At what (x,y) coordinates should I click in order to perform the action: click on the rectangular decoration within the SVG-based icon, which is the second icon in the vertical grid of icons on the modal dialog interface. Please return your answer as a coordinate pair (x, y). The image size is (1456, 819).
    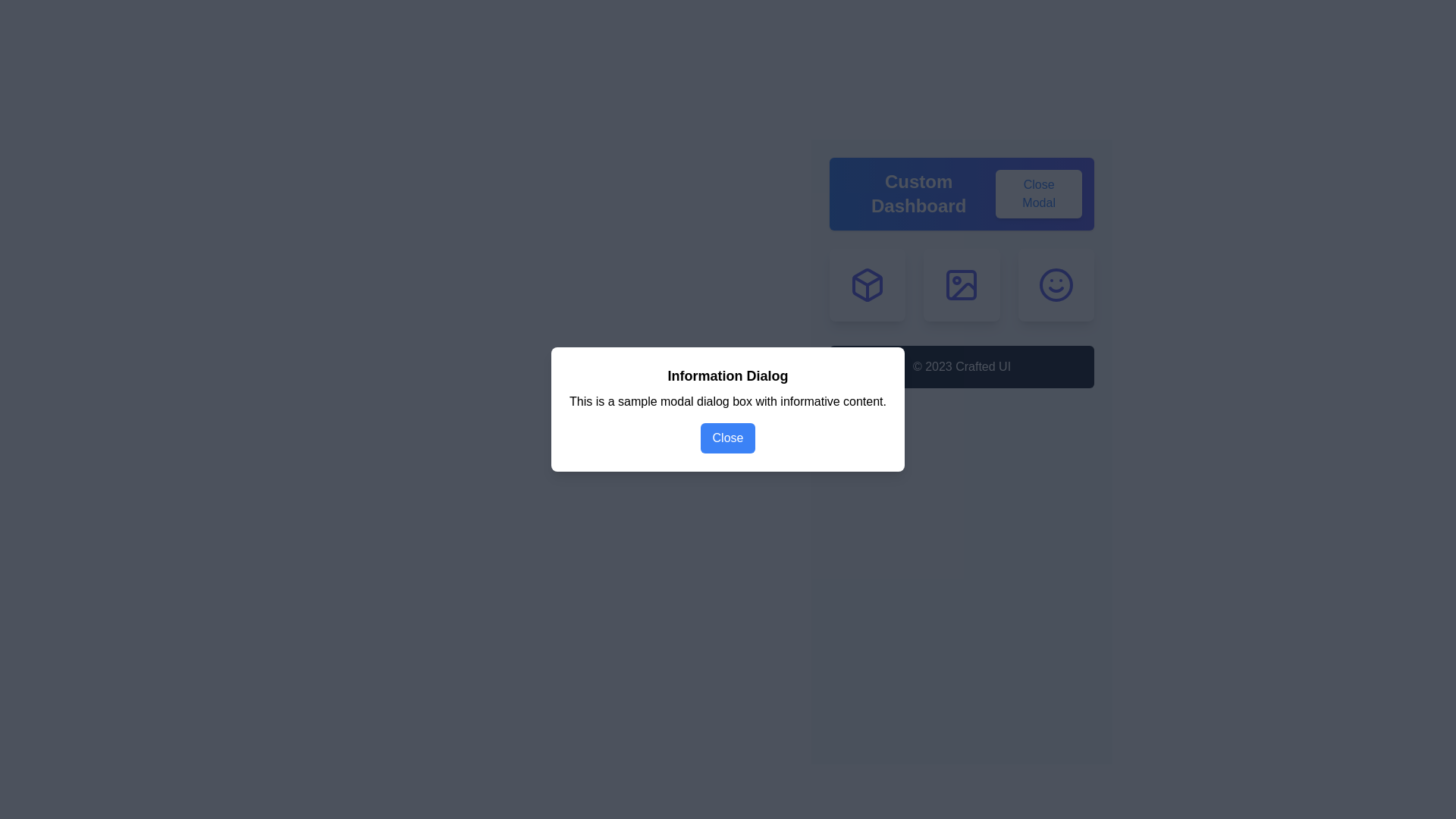
    Looking at the image, I should click on (961, 284).